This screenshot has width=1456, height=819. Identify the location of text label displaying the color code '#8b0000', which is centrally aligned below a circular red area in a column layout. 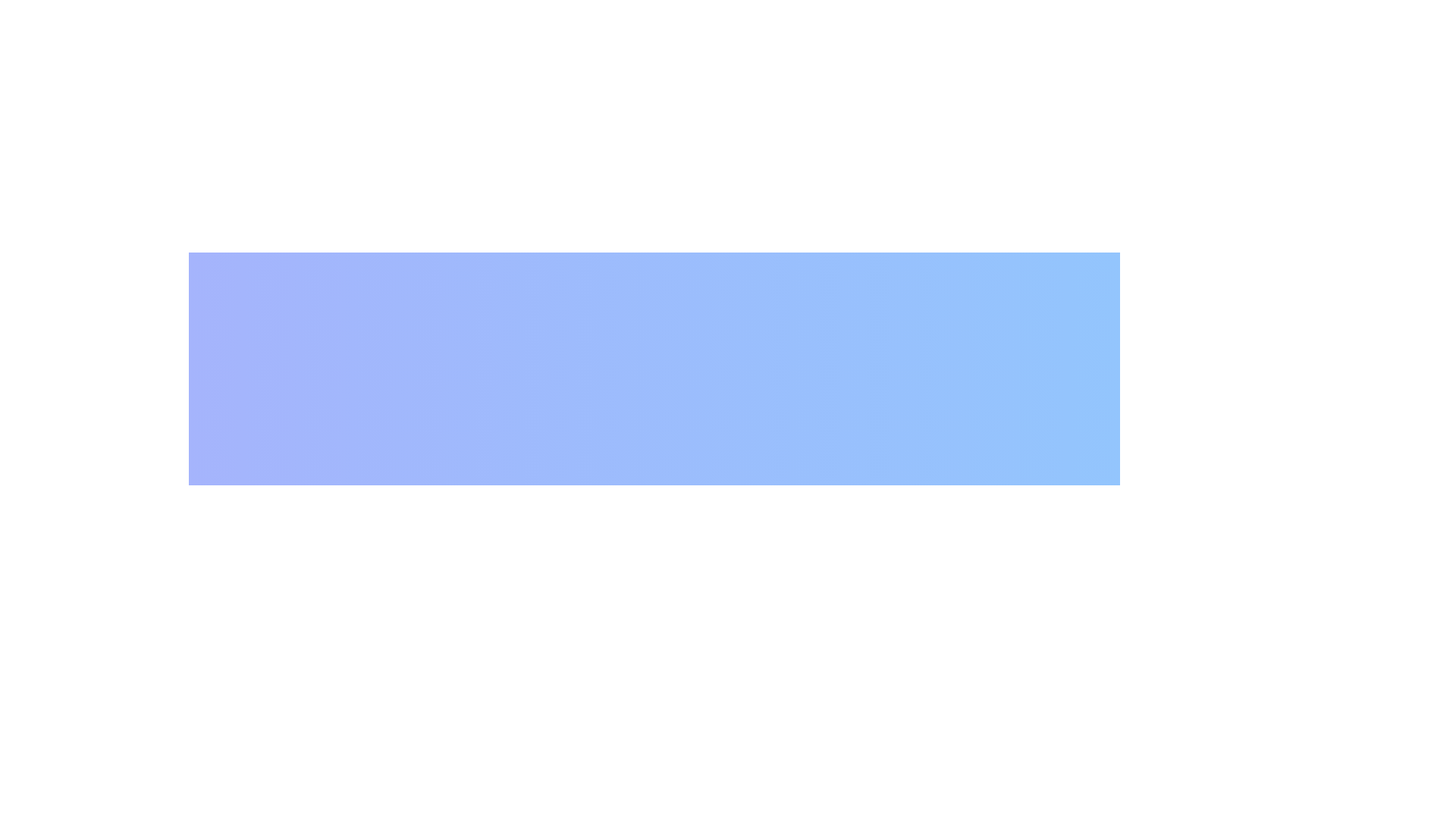
(532, 764).